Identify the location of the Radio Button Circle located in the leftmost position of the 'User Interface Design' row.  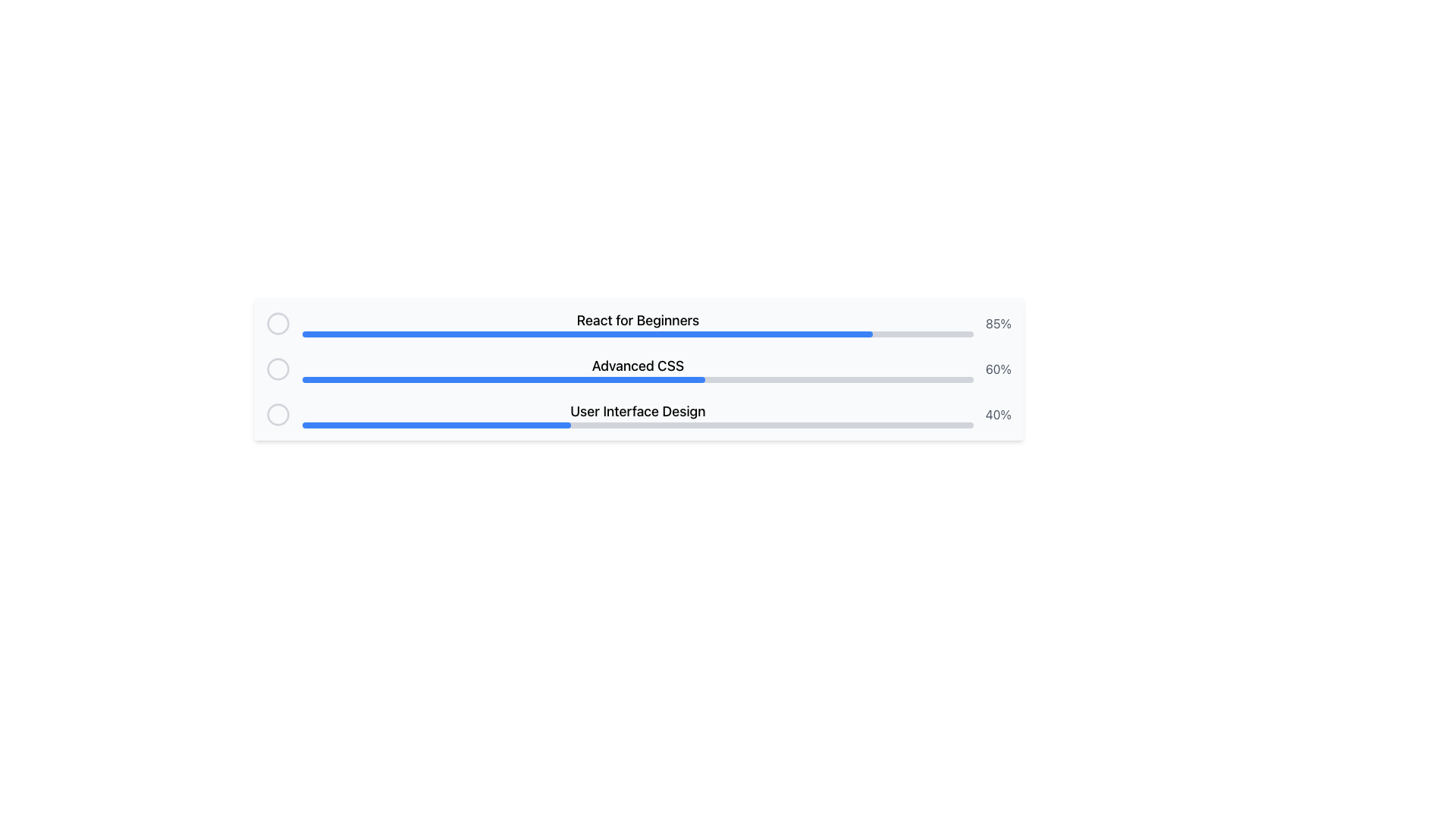
(278, 415).